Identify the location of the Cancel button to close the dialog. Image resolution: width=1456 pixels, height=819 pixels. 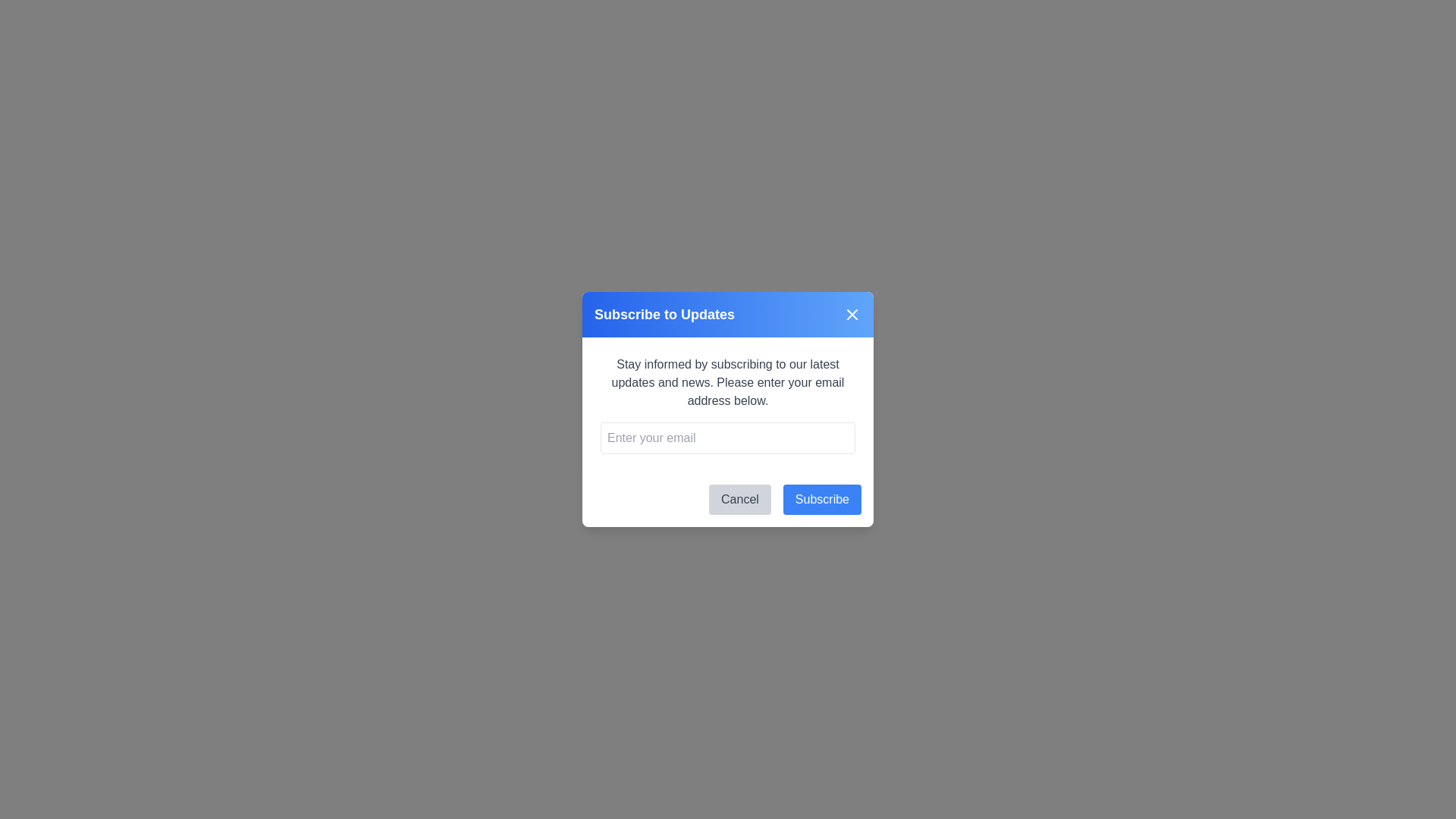
(739, 500).